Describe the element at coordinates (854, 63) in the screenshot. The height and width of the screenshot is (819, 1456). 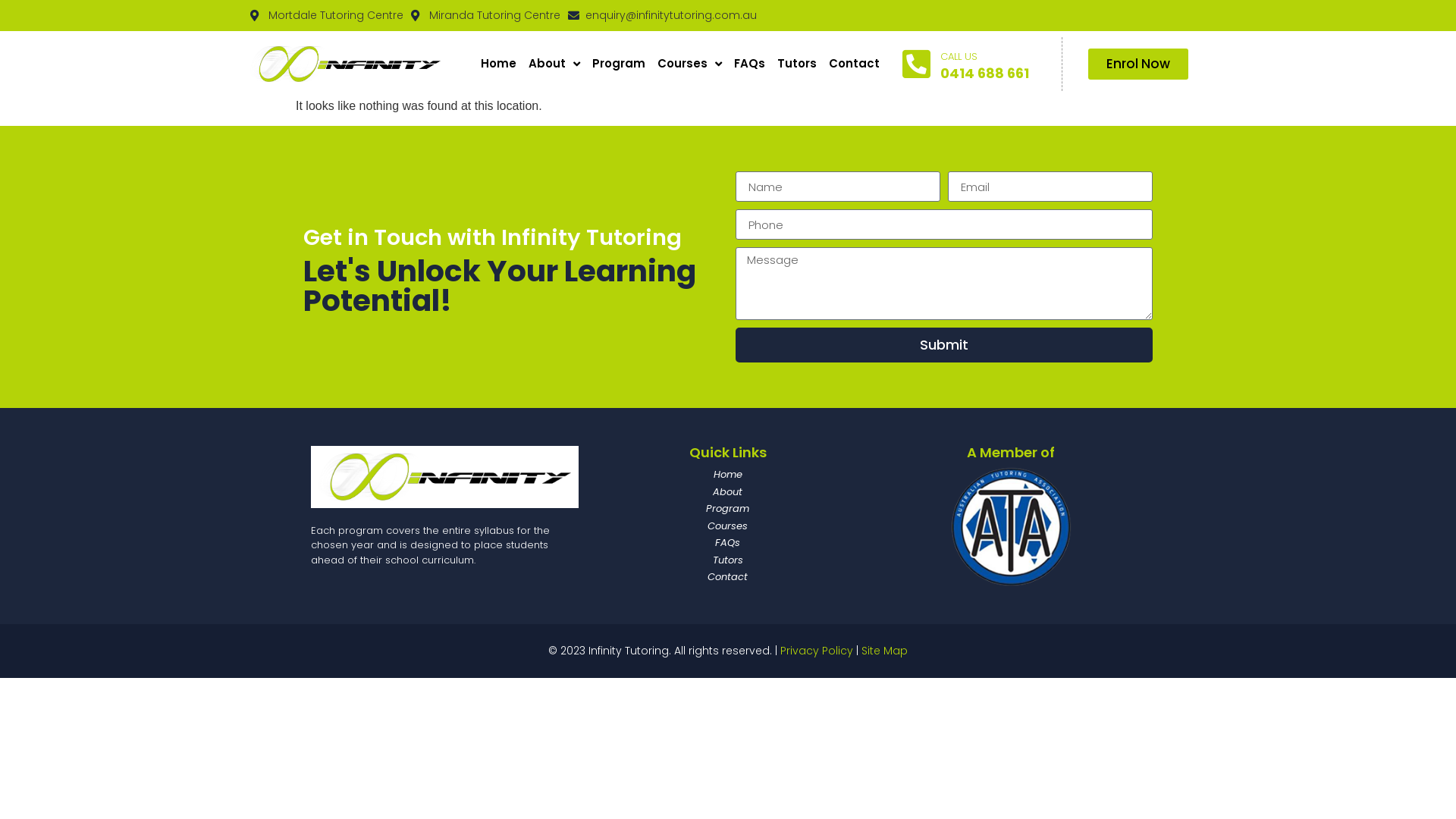
I see `'Contact'` at that location.